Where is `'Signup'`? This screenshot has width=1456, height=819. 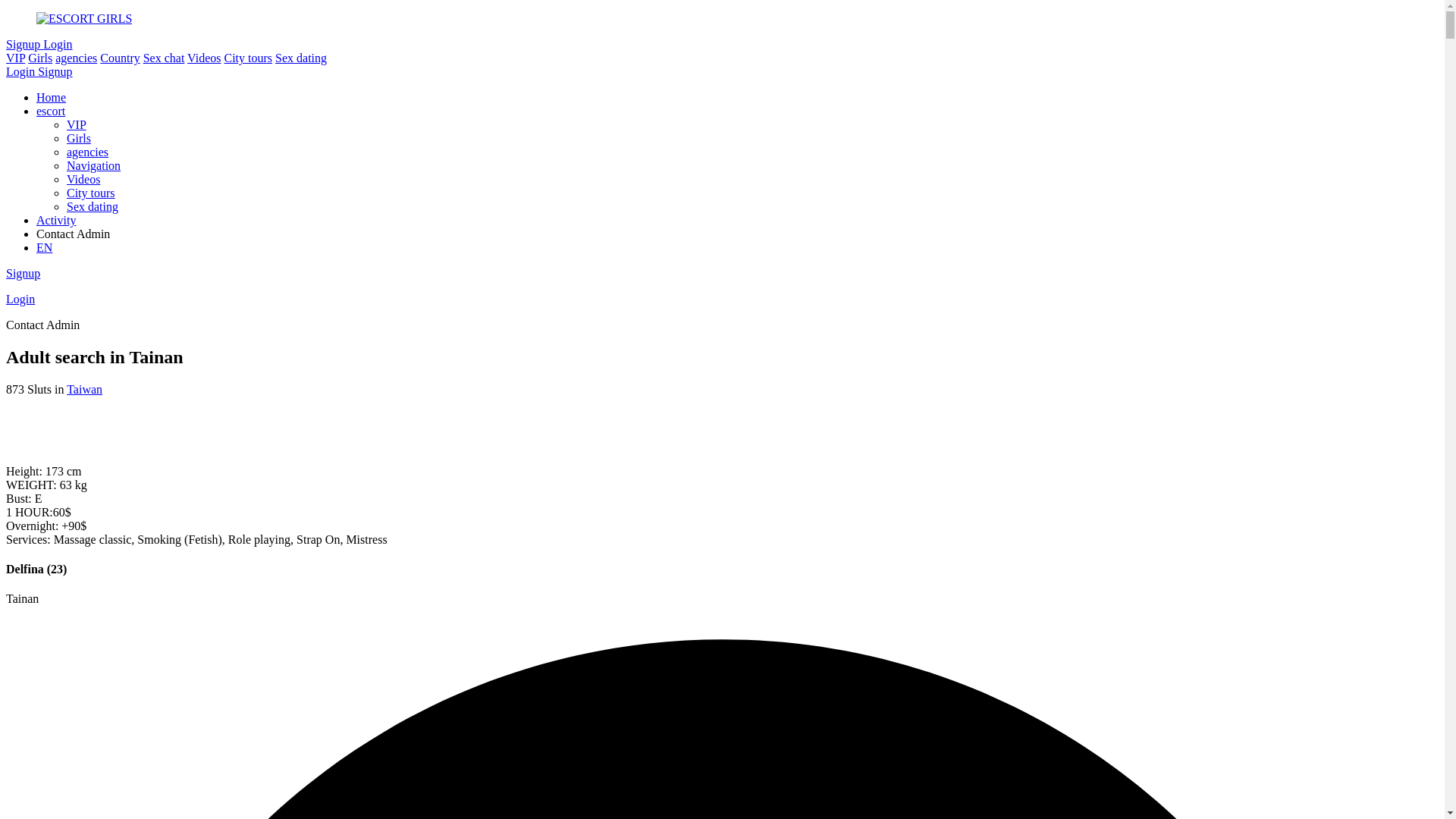
'Signup' is located at coordinates (23, 273).